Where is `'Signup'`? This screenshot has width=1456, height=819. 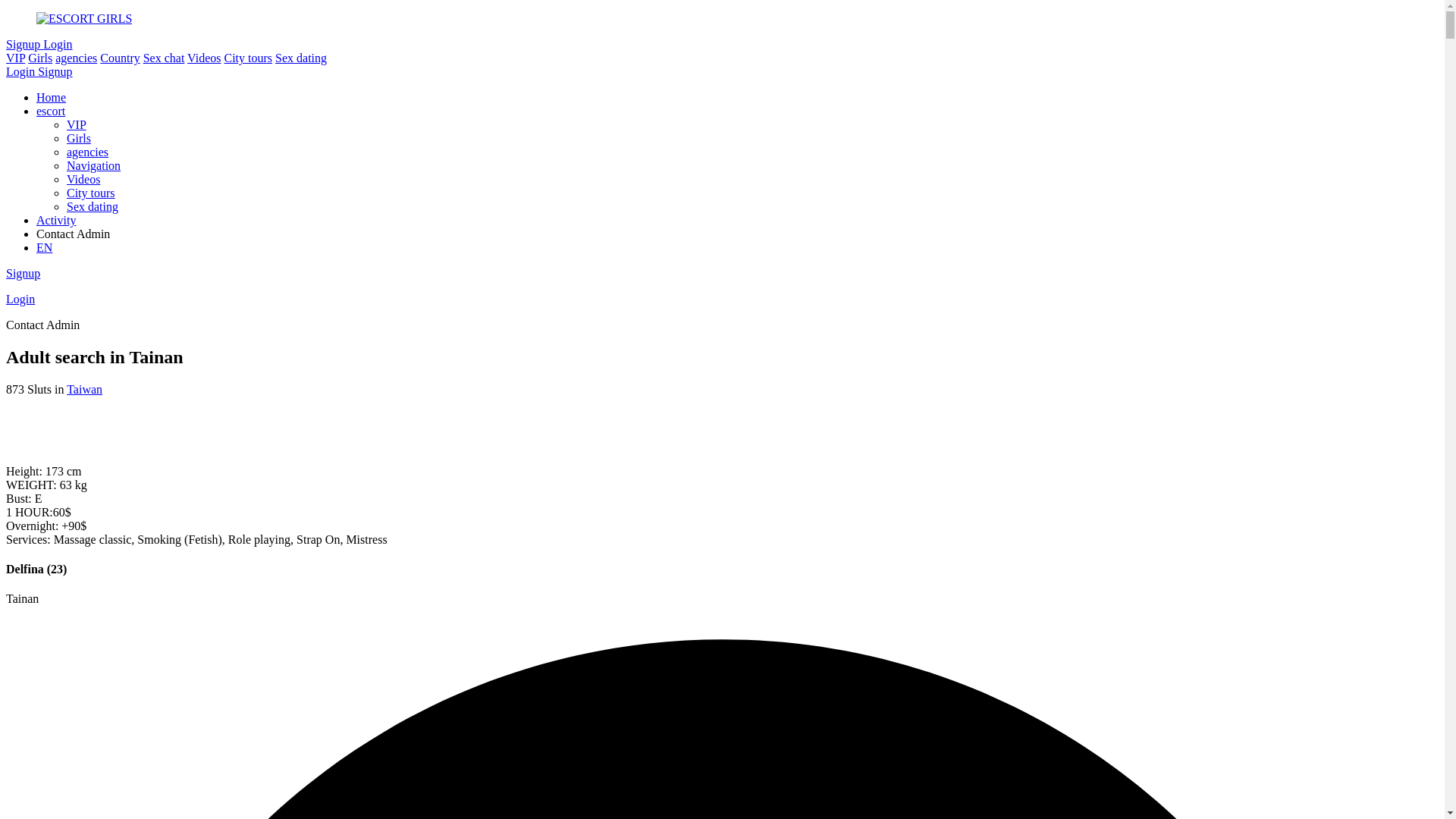
'Signup' is located at coordinates (23, 273).